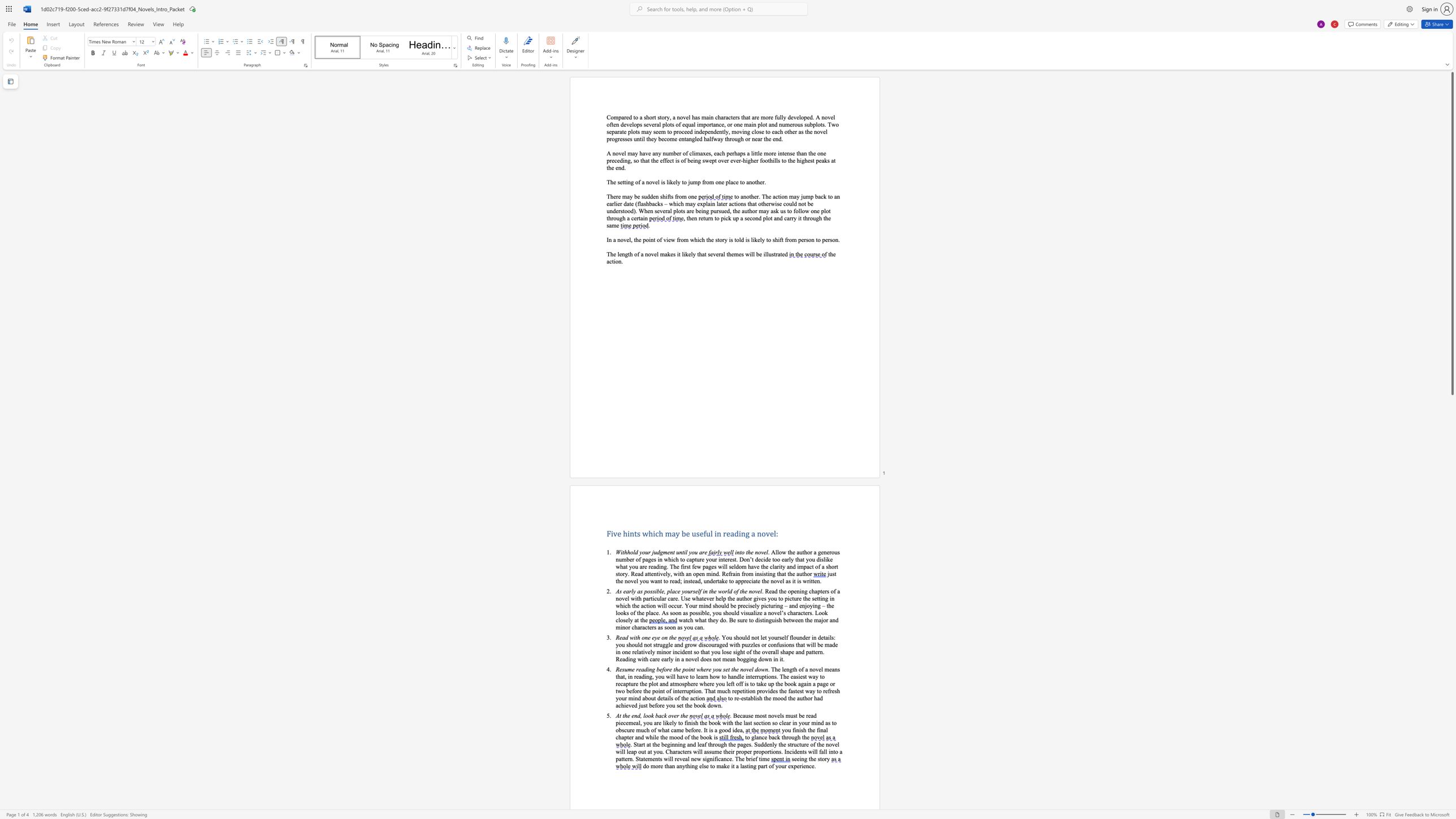 The width and height of the screenshot is (1456, 819). Describe the element at coordinates (715, 736) in the screenshot. I see `the space between the continuous character "i" and "s" in the text` at that location.